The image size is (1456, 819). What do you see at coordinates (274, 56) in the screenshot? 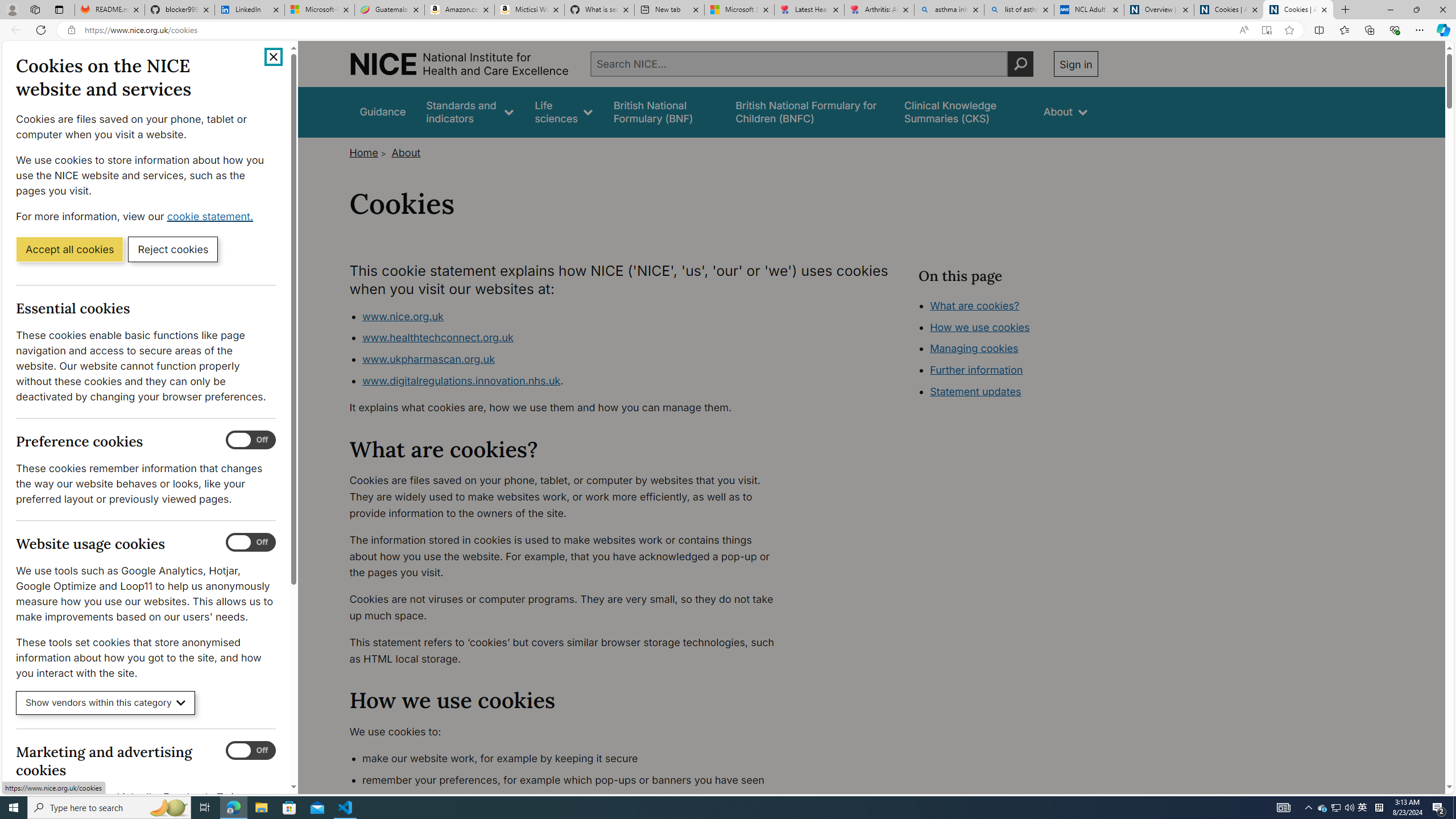
I see `'Close cookie banner'` at bounding box center [274, 56].